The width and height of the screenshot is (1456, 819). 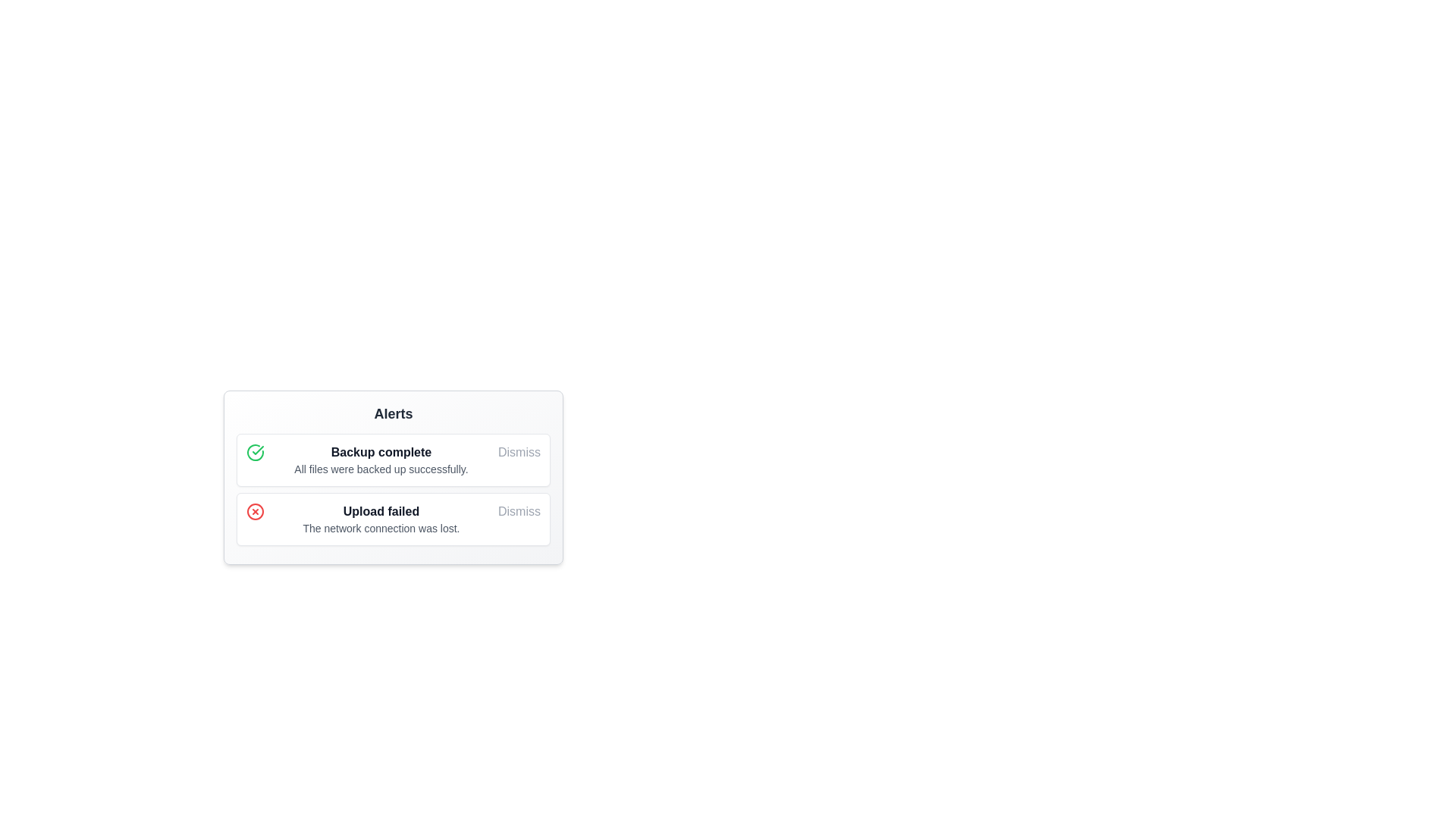 I want to click on the error indicator icon located to the left of the 'Upload failed' message in the alert section, so click(x=255, y=512).